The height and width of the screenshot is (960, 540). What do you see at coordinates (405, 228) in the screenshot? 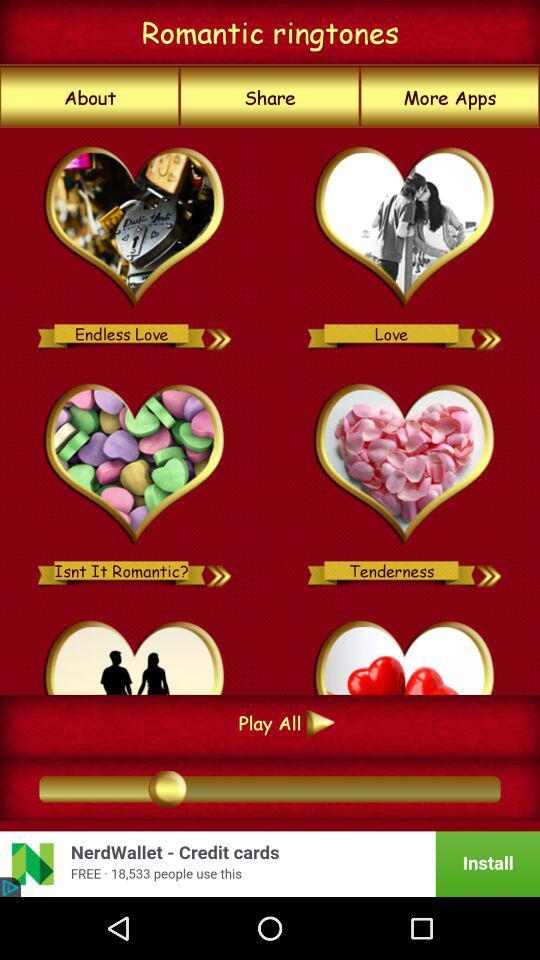
I see `ringtone selection` at bounding box center [405, 228].